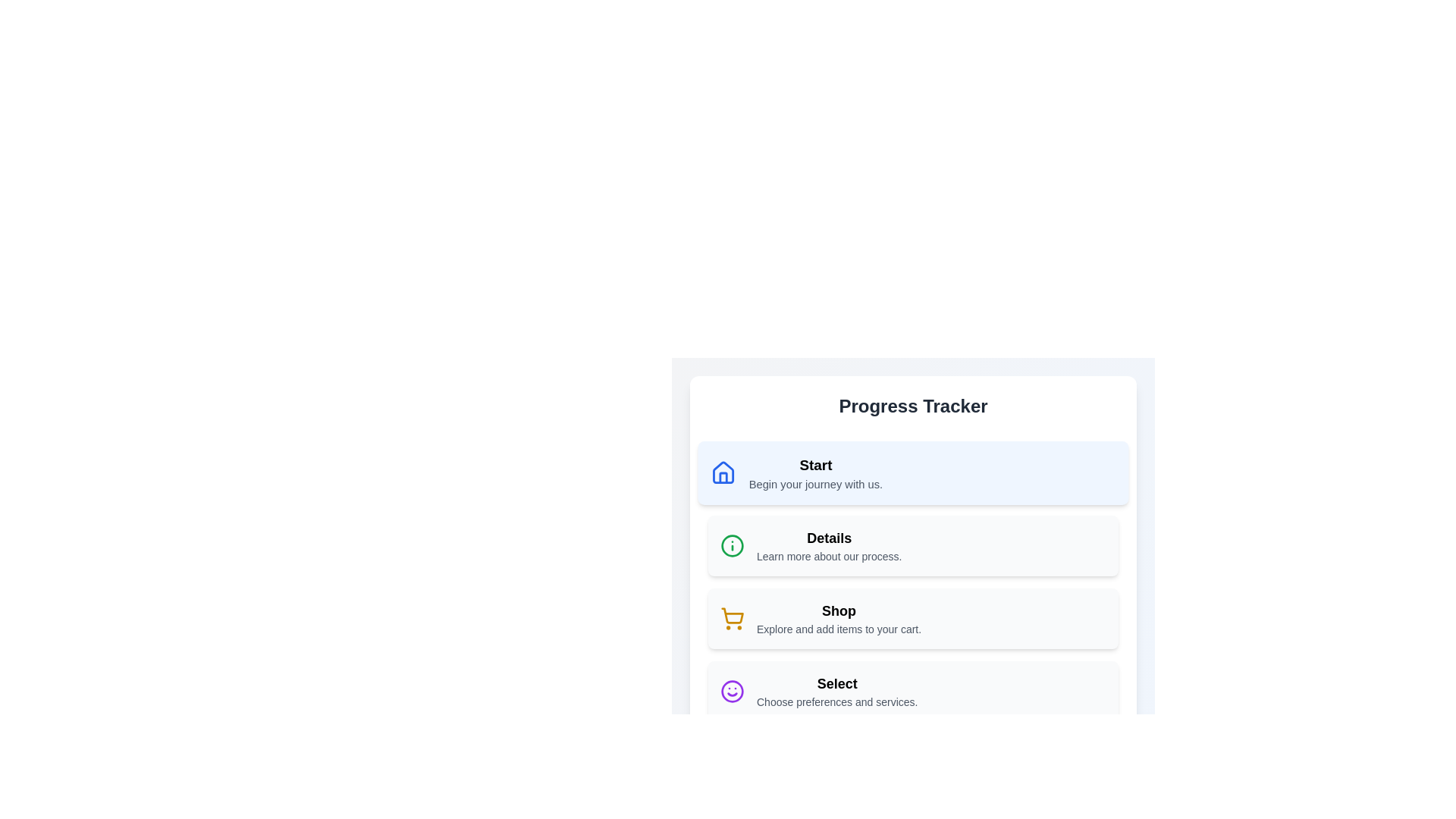 The image size is (1456, 819). Describe the element at coordinates (912, 526) in the screenshot. I see `the second card in the vertical list of the 'Progress Tracker' section, which is located below the 'Start' card and above the 'Shop' card` at that location.